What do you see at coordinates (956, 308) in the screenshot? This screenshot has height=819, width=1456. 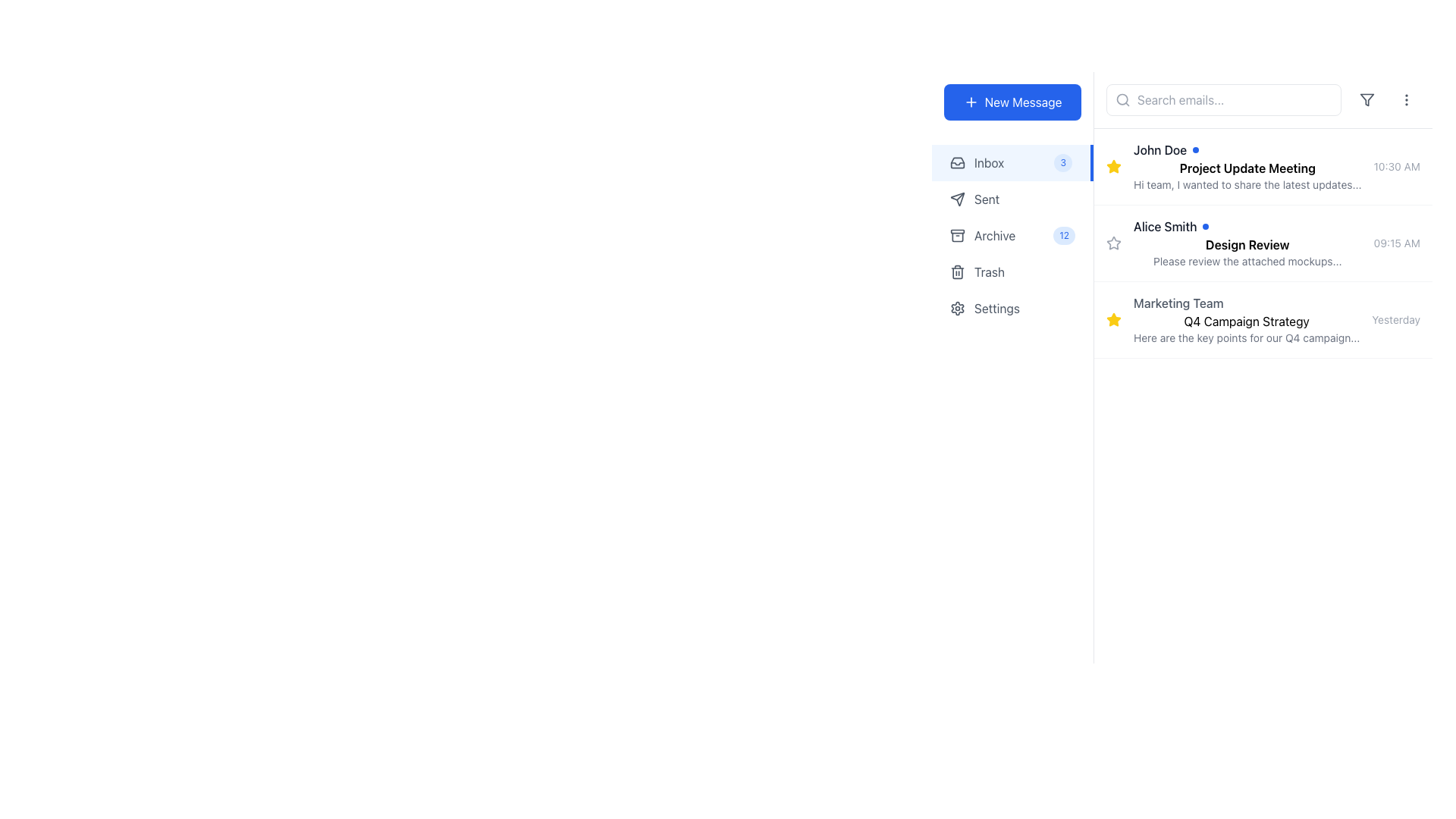 I see `the gear icon located in the settings menu on the left sidebar, which is distinct with a circular center and protruding spokes` at bounding box center [956, 308].